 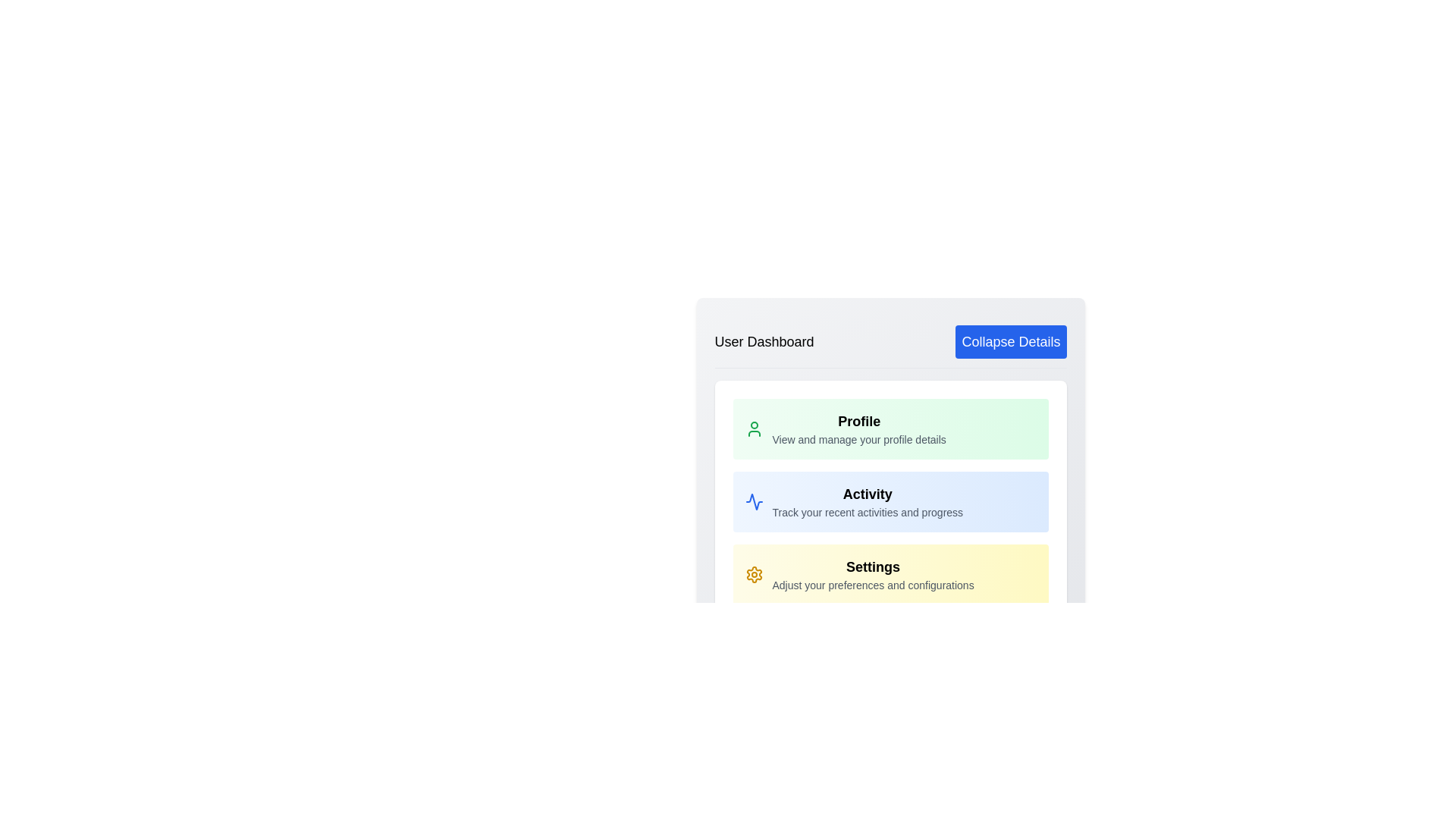 What do you see at coordinates (859, 429) in the screenshot?
I see `keyboard navigation` at bounding box center [859, 429].